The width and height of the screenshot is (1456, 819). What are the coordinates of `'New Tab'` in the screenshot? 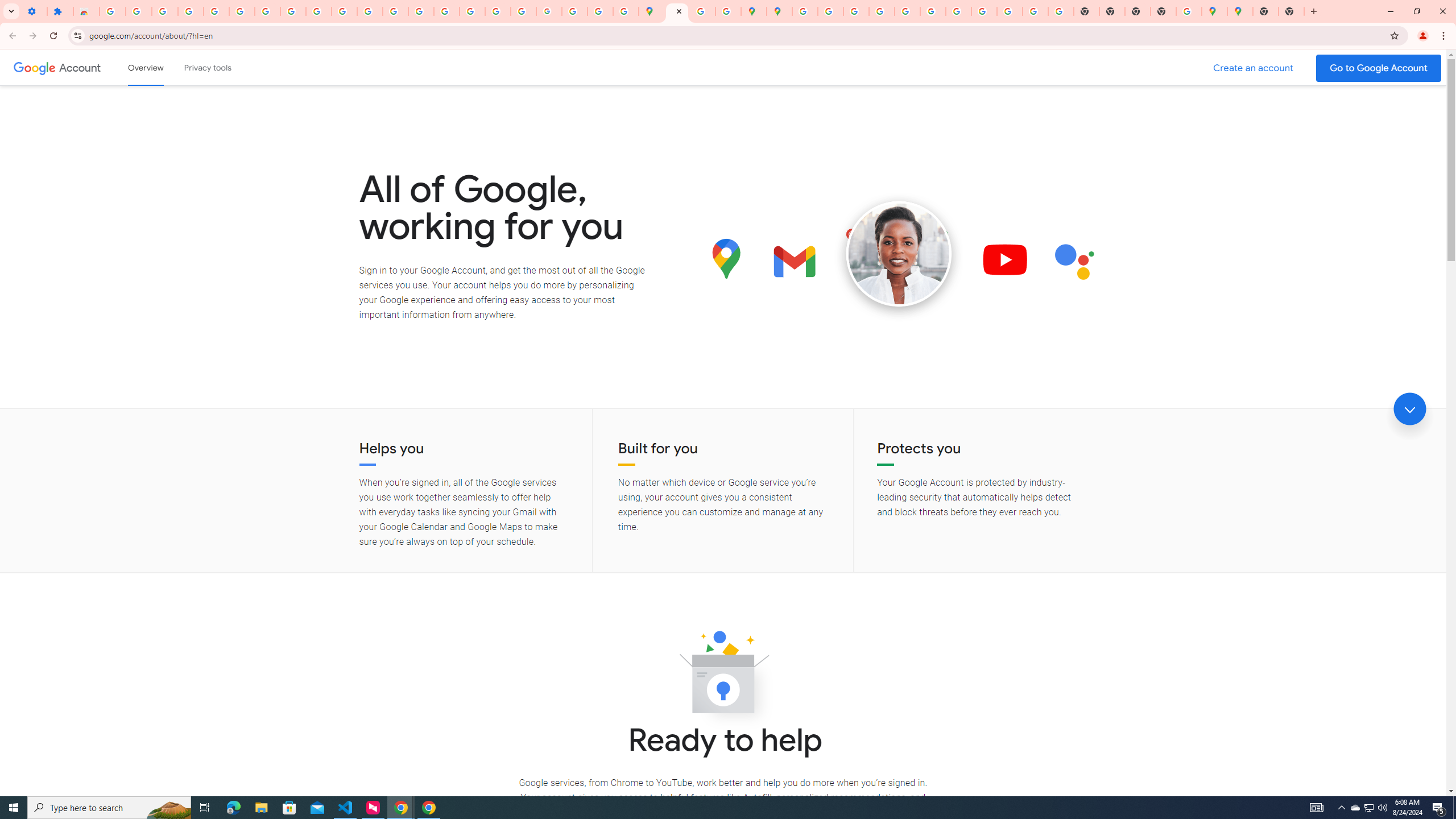 It's located at (1265, 11).